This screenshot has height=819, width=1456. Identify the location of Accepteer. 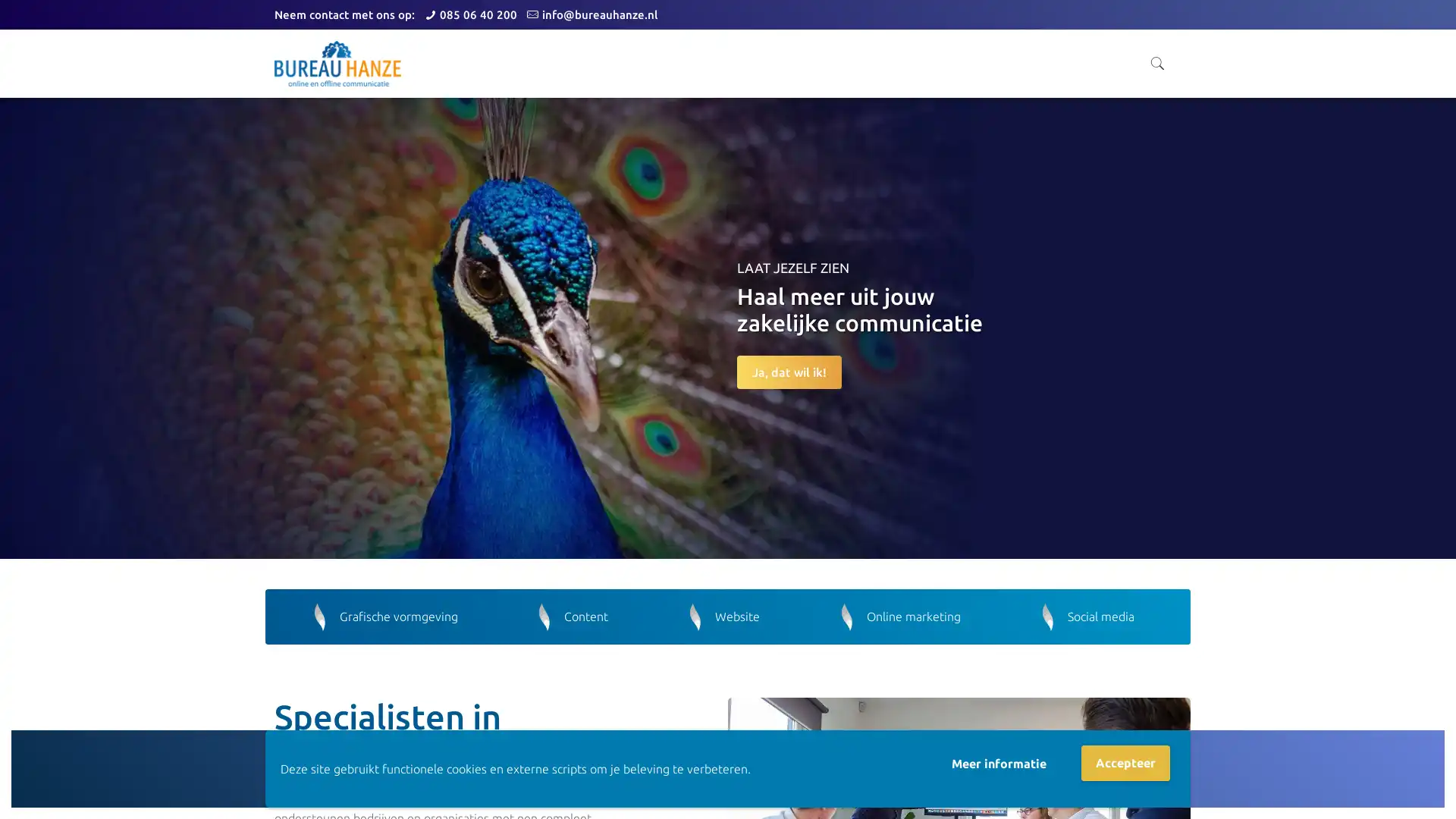
(1125, 763).